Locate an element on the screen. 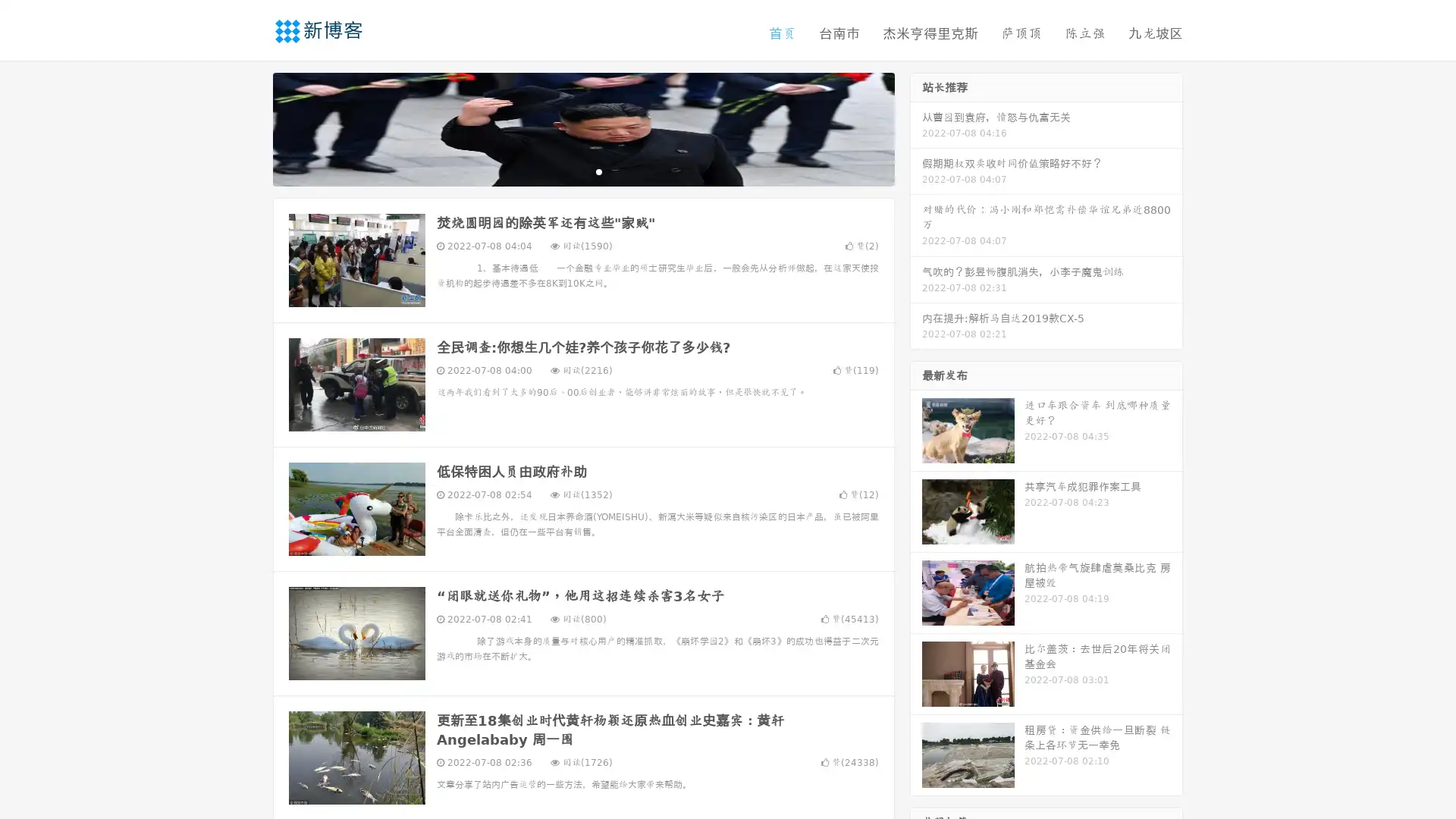  Previous slide is located at coordinates (250, 127).